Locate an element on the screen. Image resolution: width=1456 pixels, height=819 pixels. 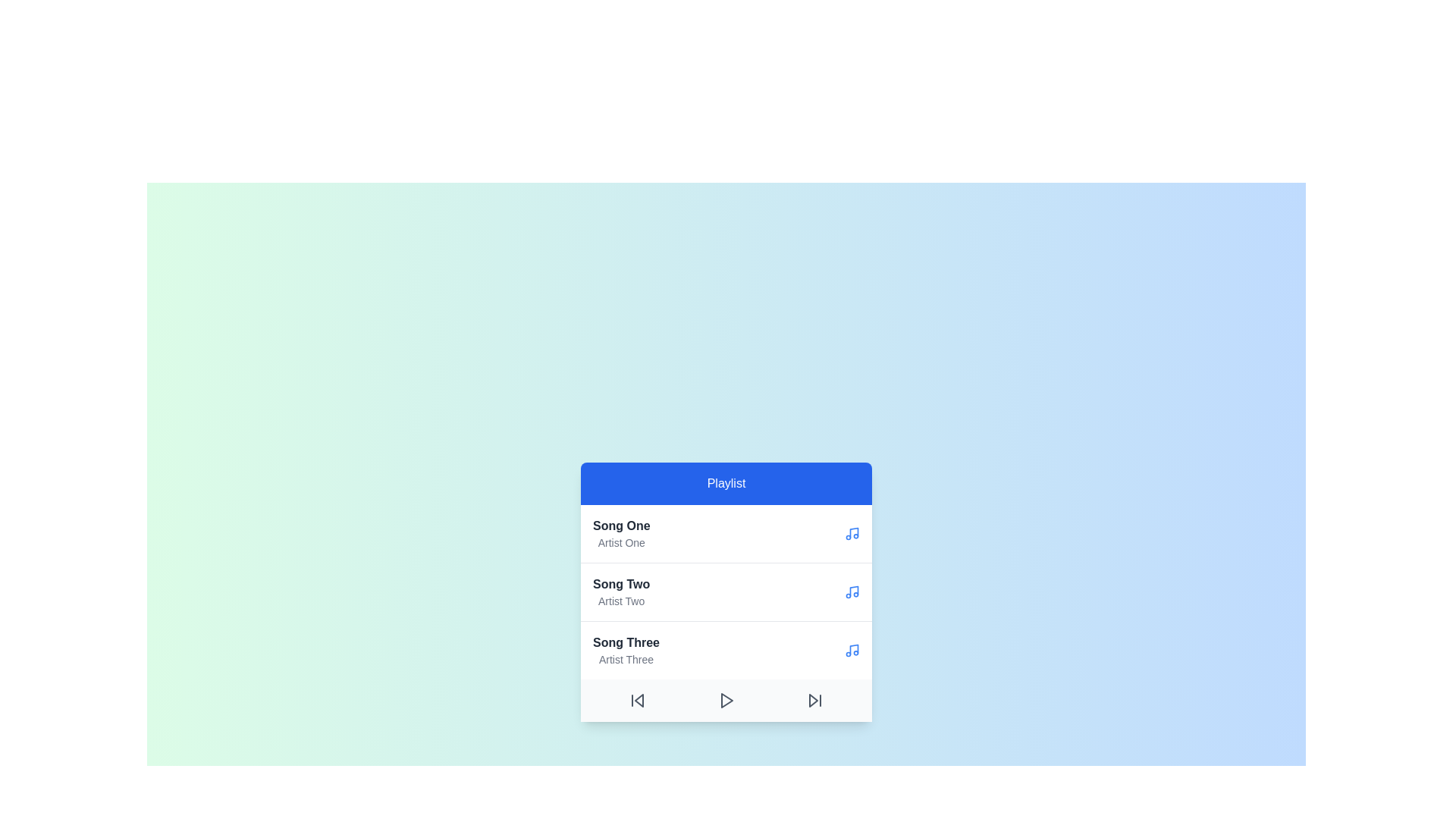
the play/pause button to toggle the playback state is located at coordinates (725, 701).